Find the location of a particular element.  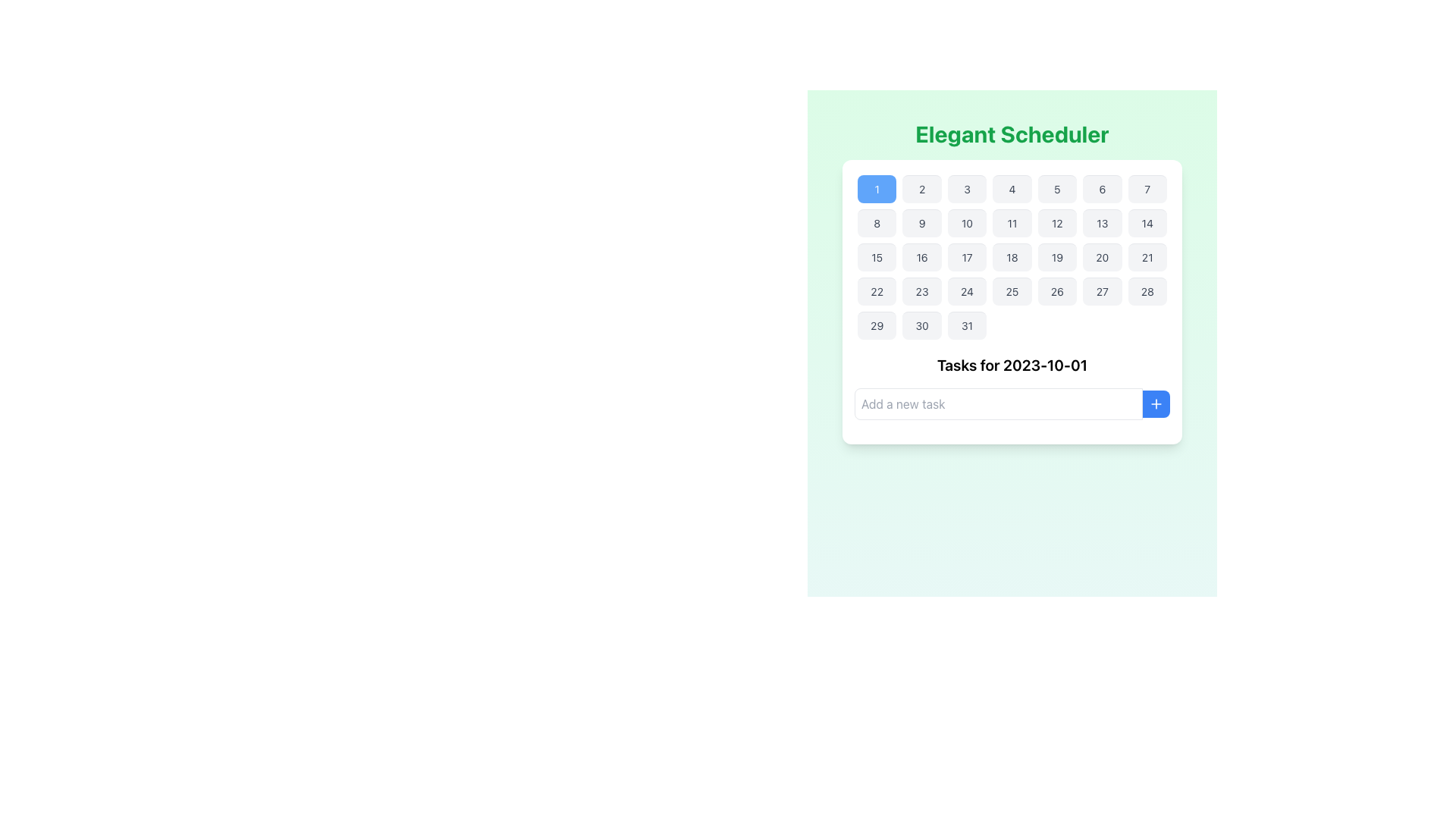

the square button displaying the number '8' with a light gray background is located at coordinates (877, 223).